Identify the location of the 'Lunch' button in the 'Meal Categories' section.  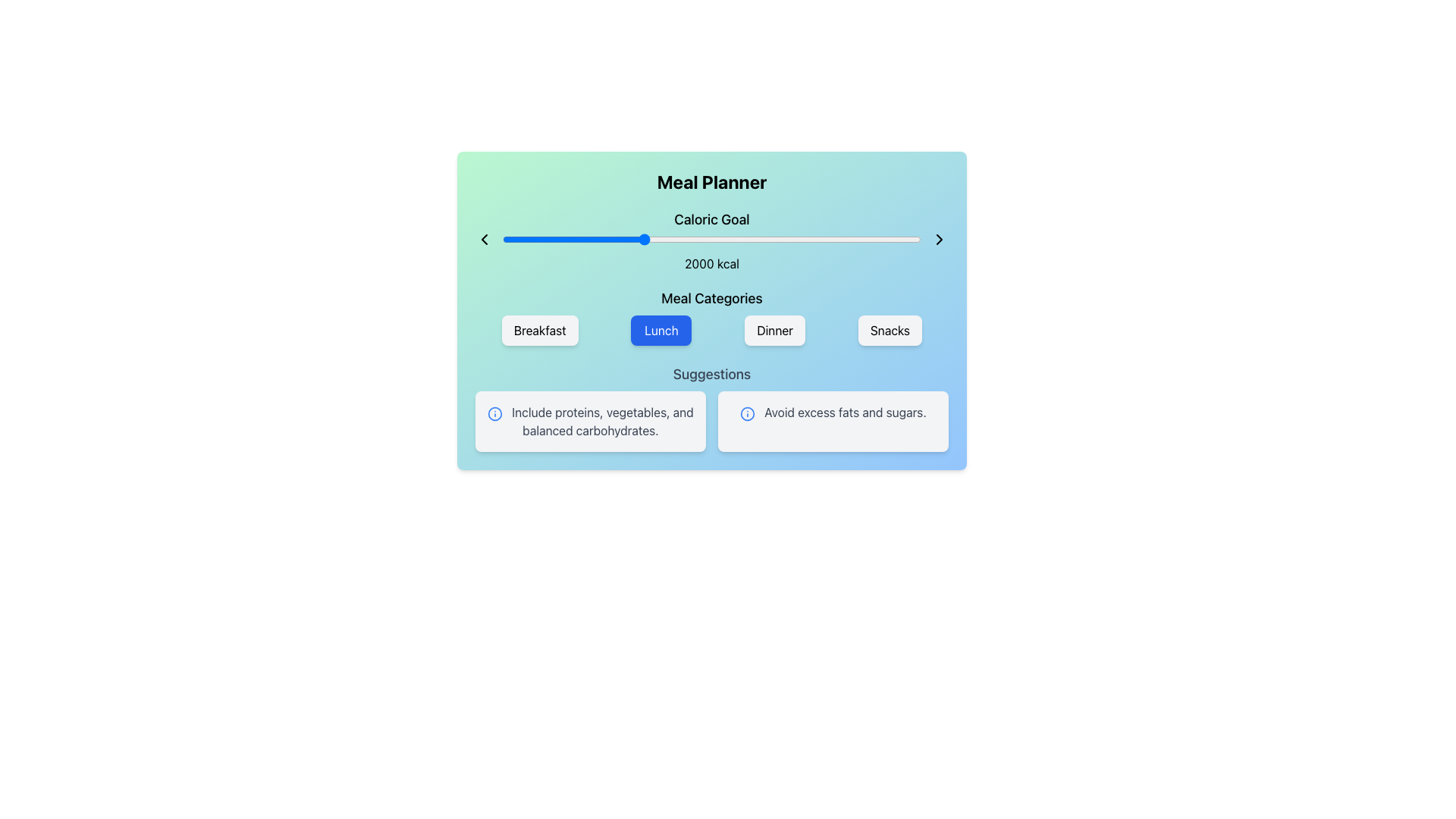
(661, 329).